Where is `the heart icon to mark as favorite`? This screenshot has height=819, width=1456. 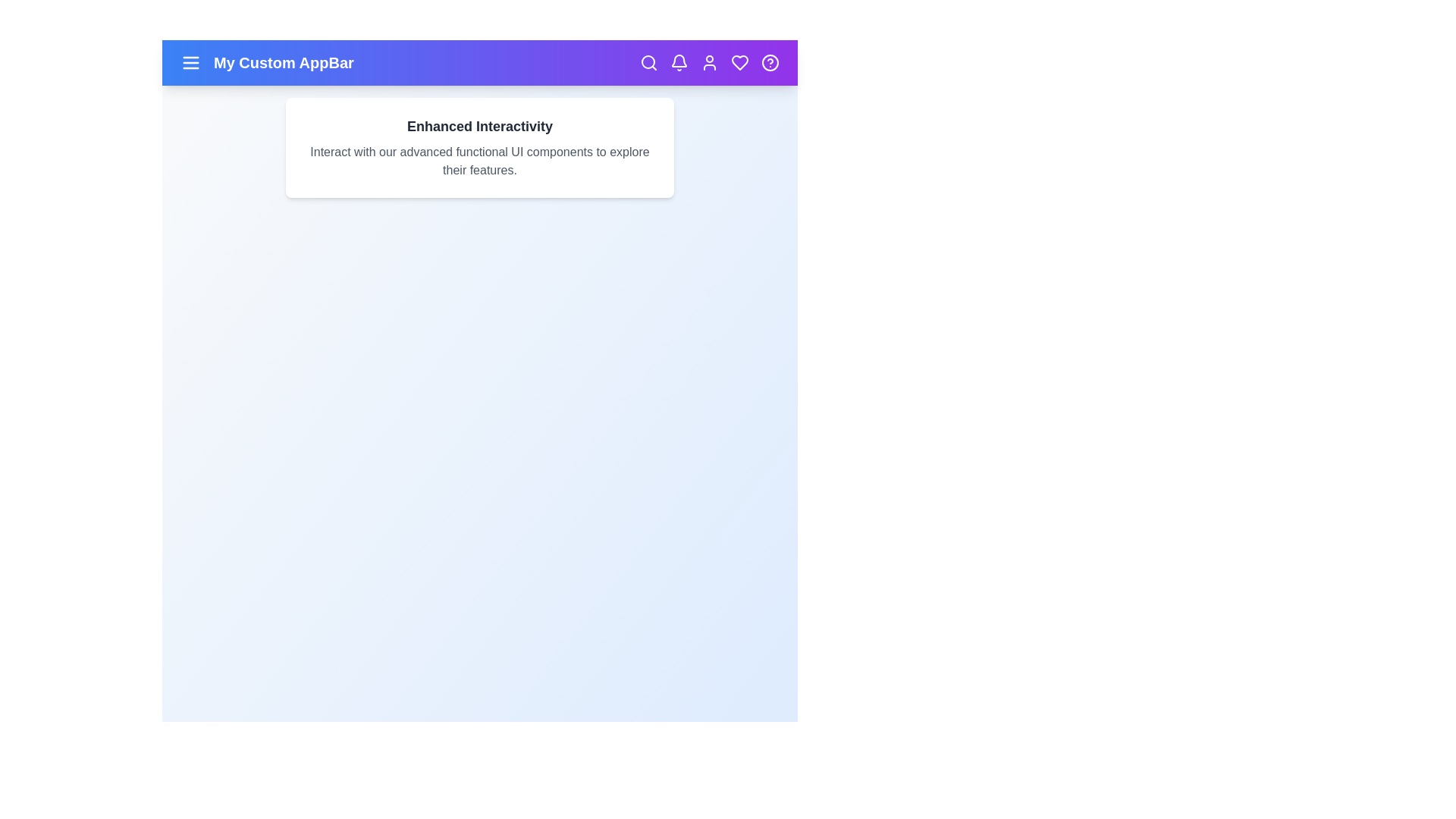
the heart icon to mark as favorite is located at coordinates (739, 62).